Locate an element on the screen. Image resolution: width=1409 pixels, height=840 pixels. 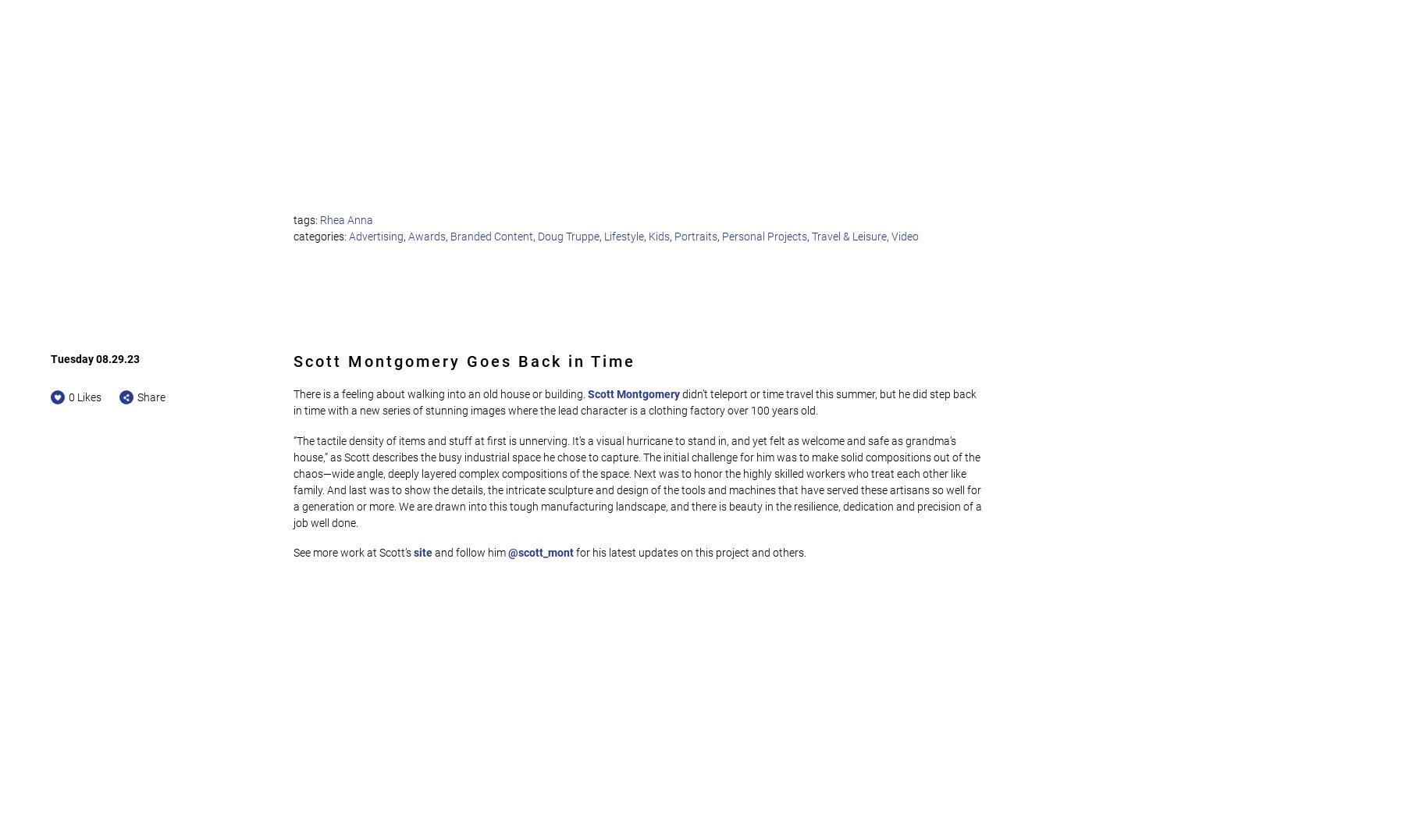
'Personal Projects' is located at coordinates (722, 236).